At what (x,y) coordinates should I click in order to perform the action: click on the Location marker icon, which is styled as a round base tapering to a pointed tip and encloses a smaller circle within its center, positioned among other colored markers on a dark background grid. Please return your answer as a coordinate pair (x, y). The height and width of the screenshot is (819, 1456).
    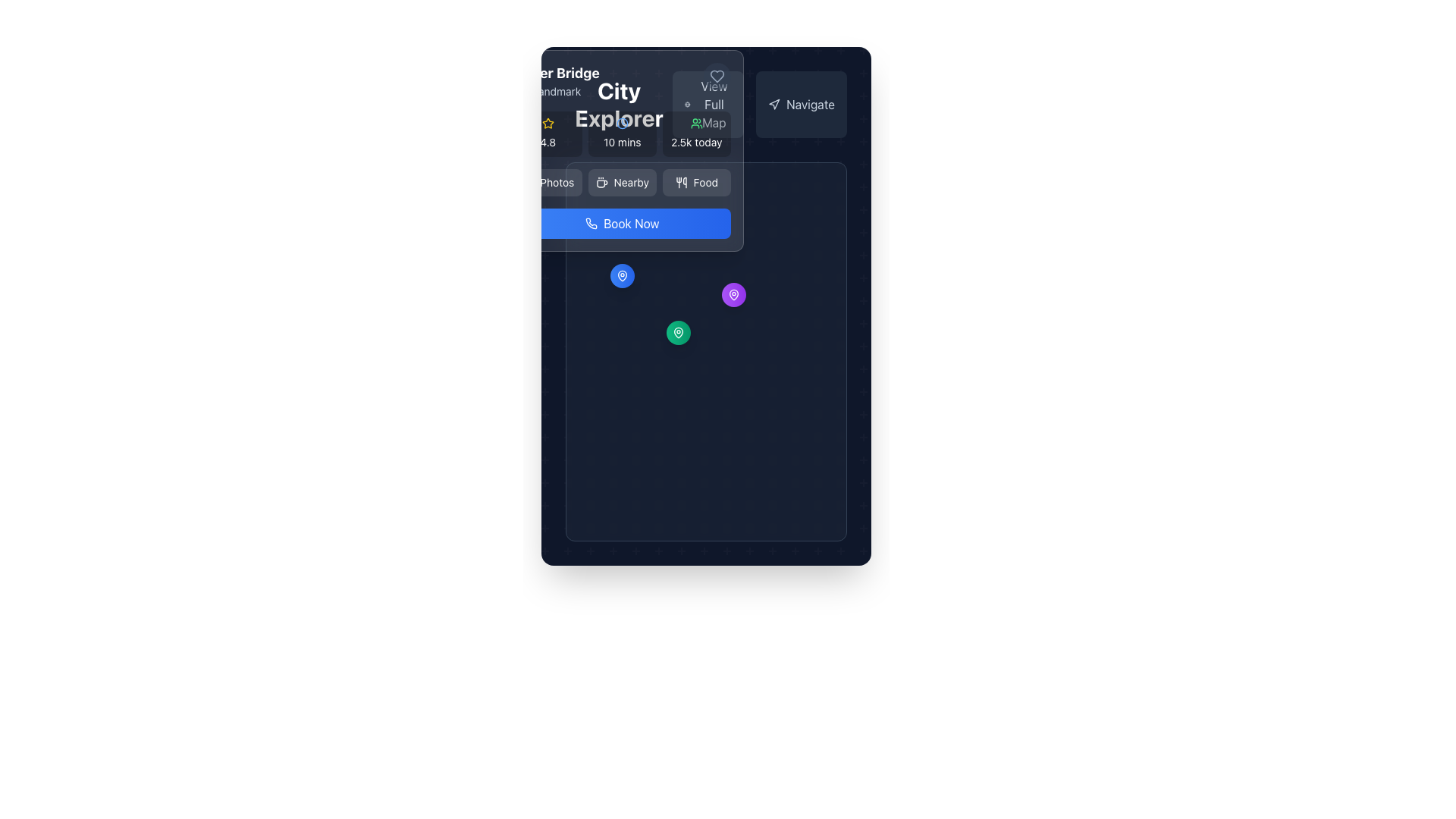
    Looking at the image, I should click on (677, 332).